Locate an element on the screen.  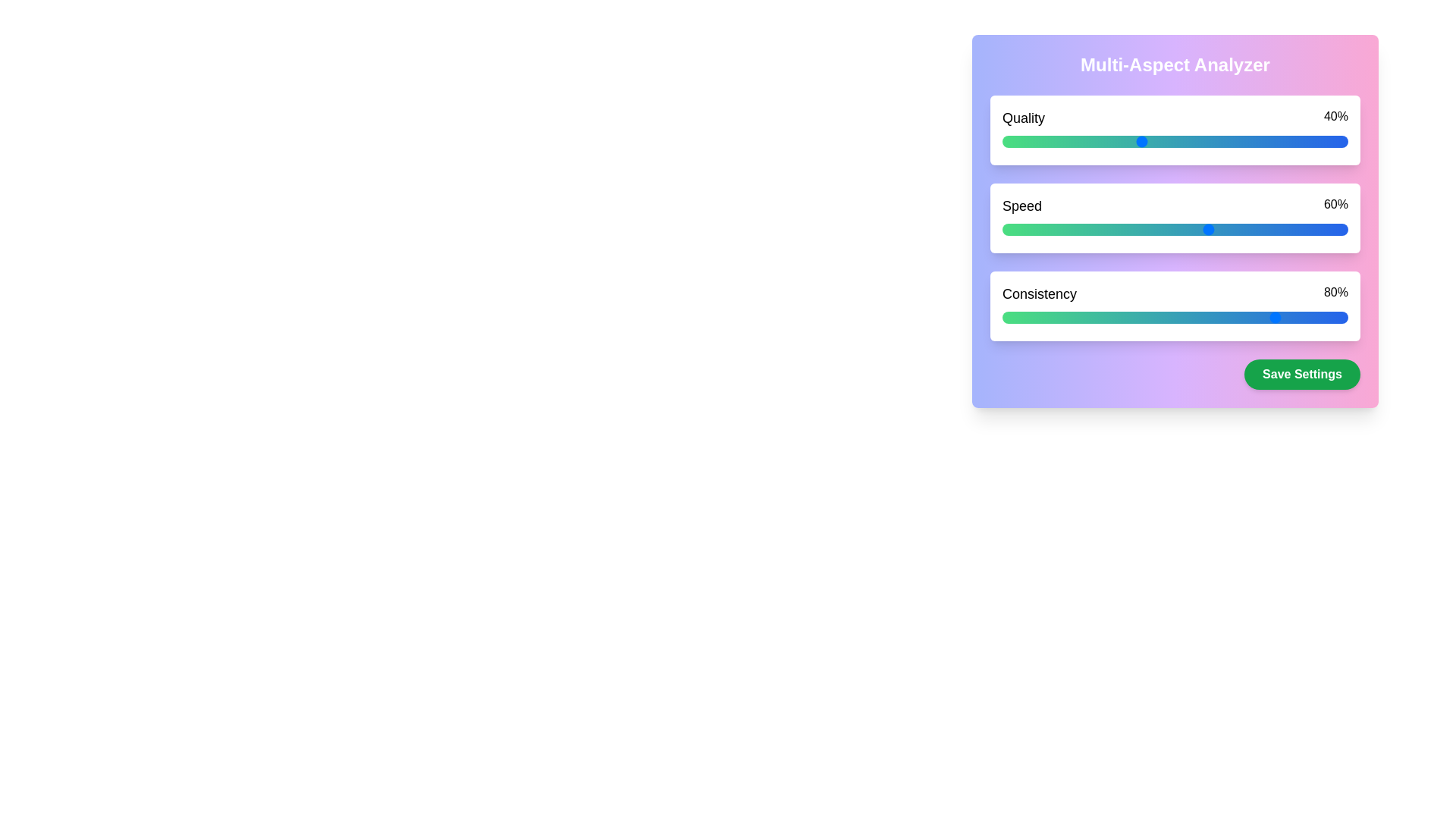
the Static Display Information element that shows the current speed percentage, located centrally above the progress bar and below the Quality element is located at coordinates (1175, 206).